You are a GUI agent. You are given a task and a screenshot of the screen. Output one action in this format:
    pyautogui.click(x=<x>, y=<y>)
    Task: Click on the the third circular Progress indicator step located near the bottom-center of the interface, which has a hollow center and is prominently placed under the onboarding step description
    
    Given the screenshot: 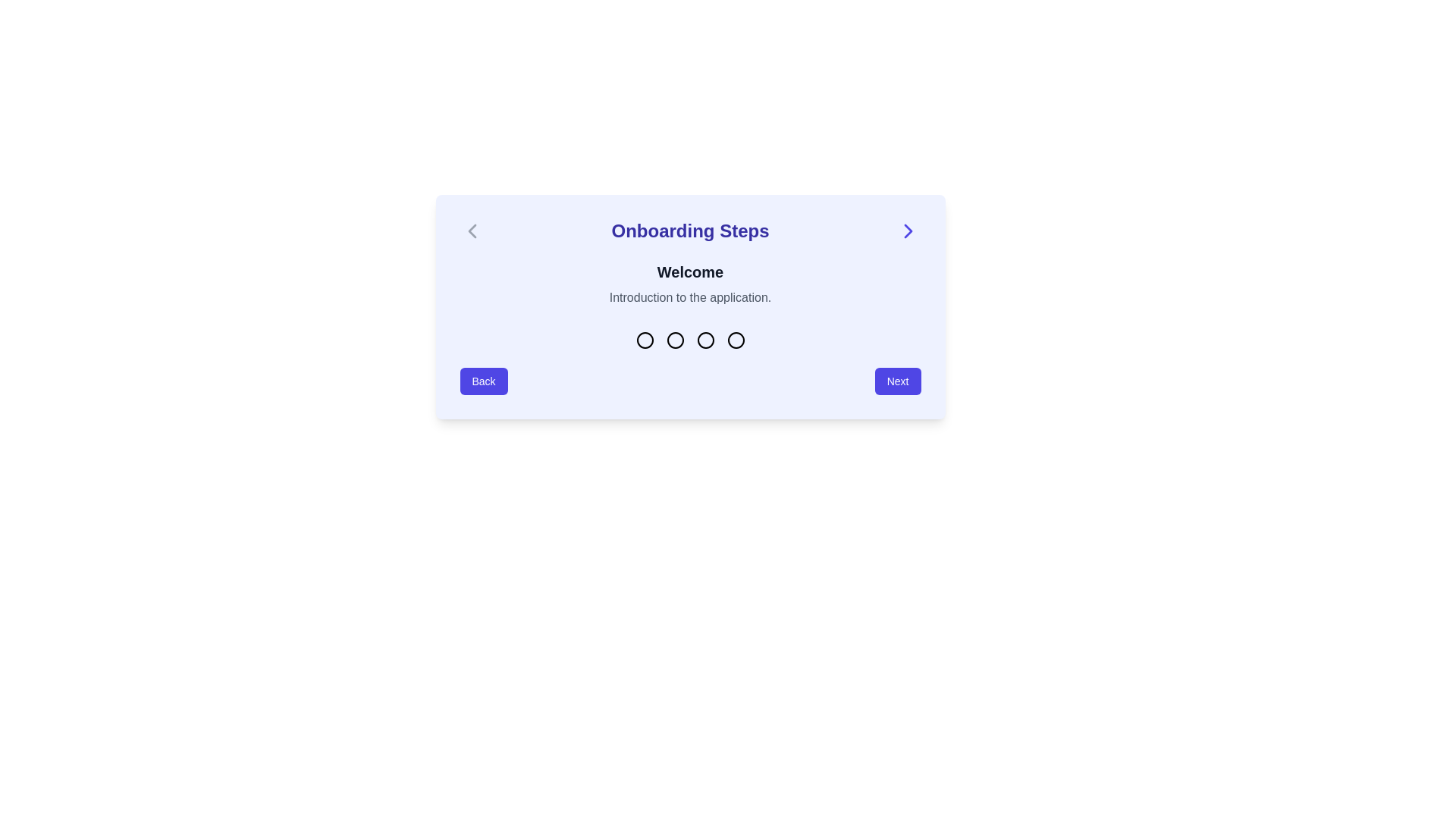 What is the action you would take?
    pyautogui.click(x=704, y=339)
    